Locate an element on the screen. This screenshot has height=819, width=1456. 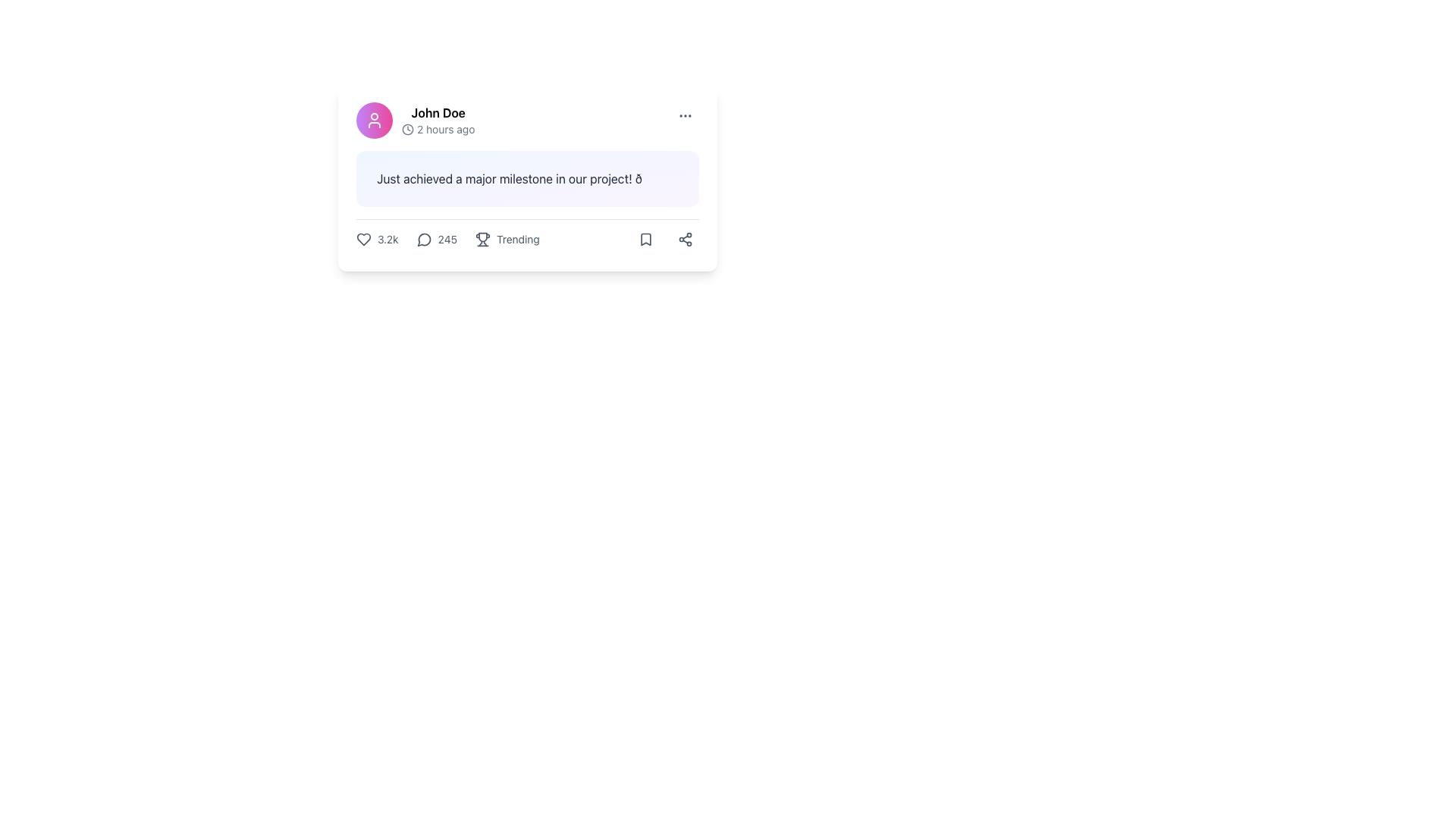
the Avatar icon located to the left of the username 'John Doe' is located at coordinates (375, 119).